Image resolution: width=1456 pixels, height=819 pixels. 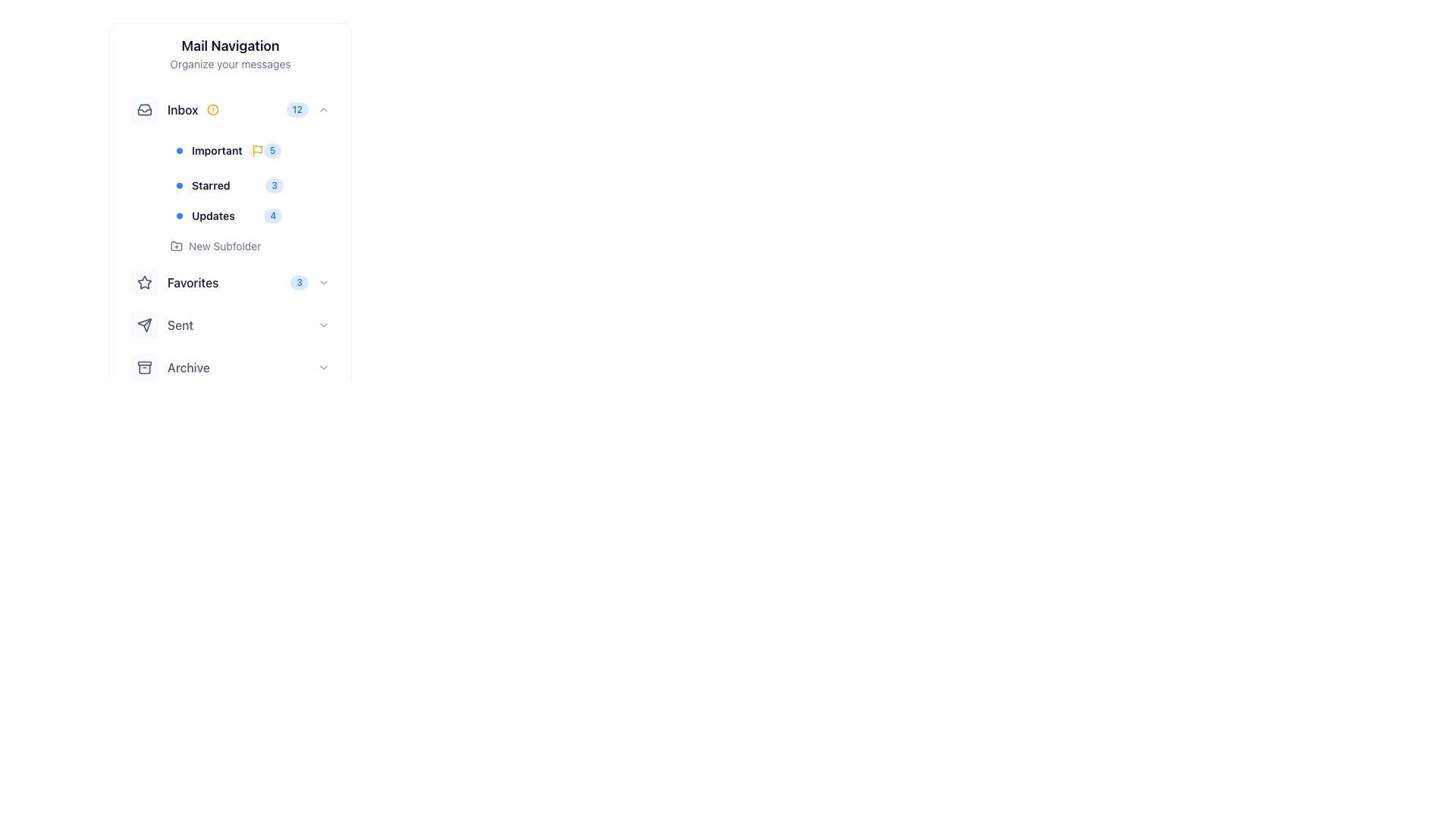 I want to click on the 'Inbox' icon in the sidebar navigation menu, which is a rectangular icon with rounded corners that turns blue on hover, so click(x=145, y=109).